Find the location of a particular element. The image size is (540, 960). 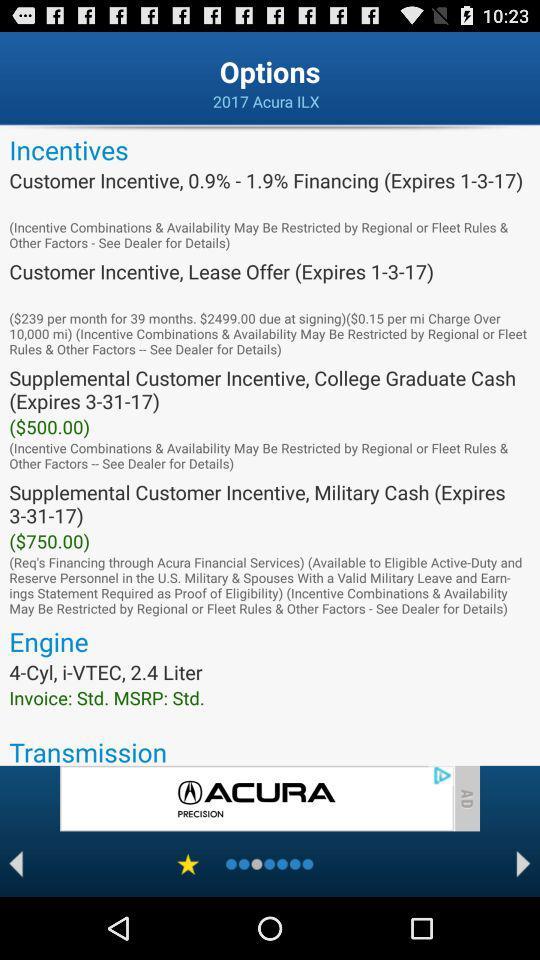

the play icon is located at coordinates (523, 924).